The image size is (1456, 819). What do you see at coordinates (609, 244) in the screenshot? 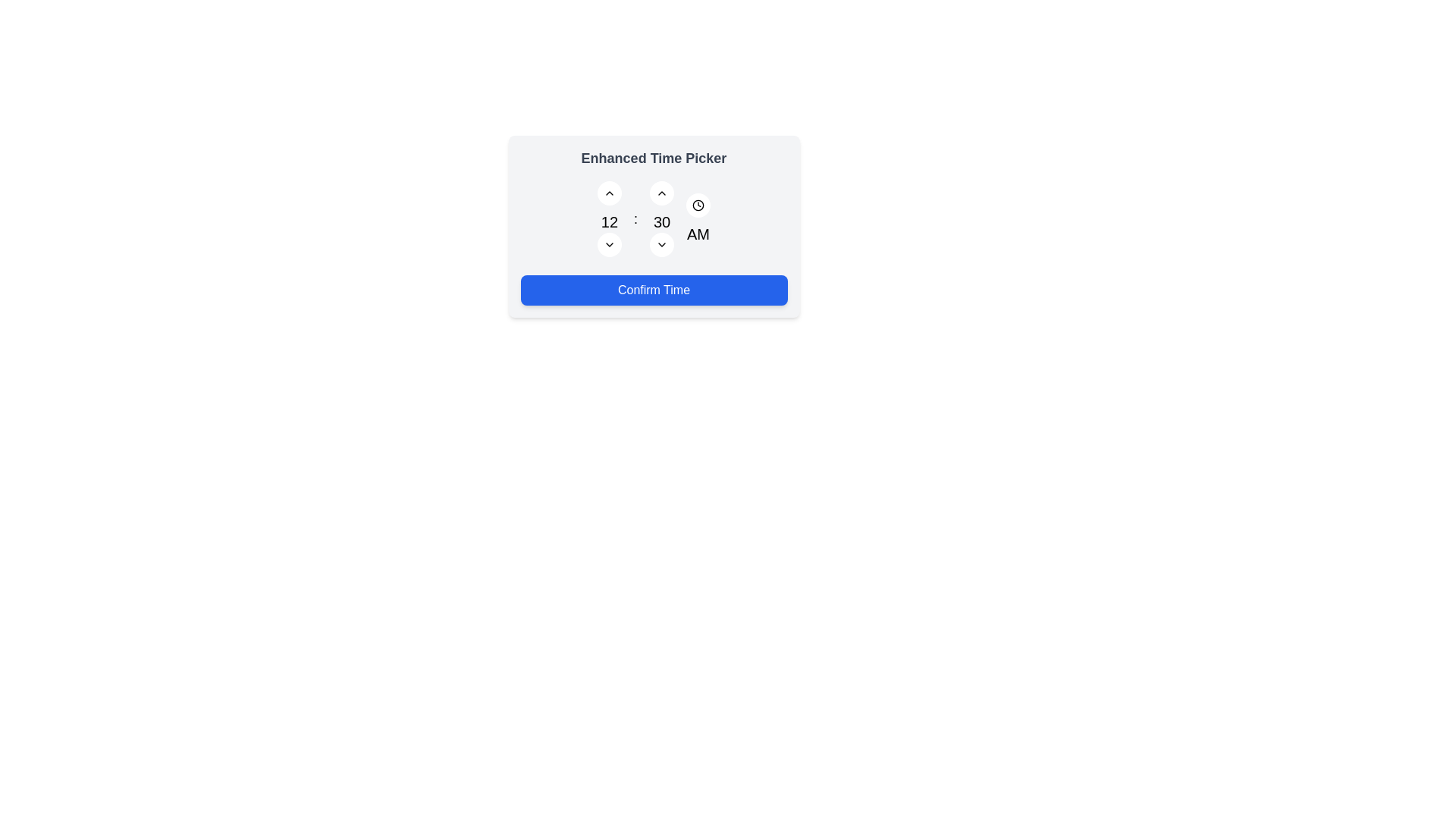
I see `the chevron-down icon within the rounded white circular button located below the number '12' in the time selection interface to observe visual feedback` at bounding box center [609, 244].